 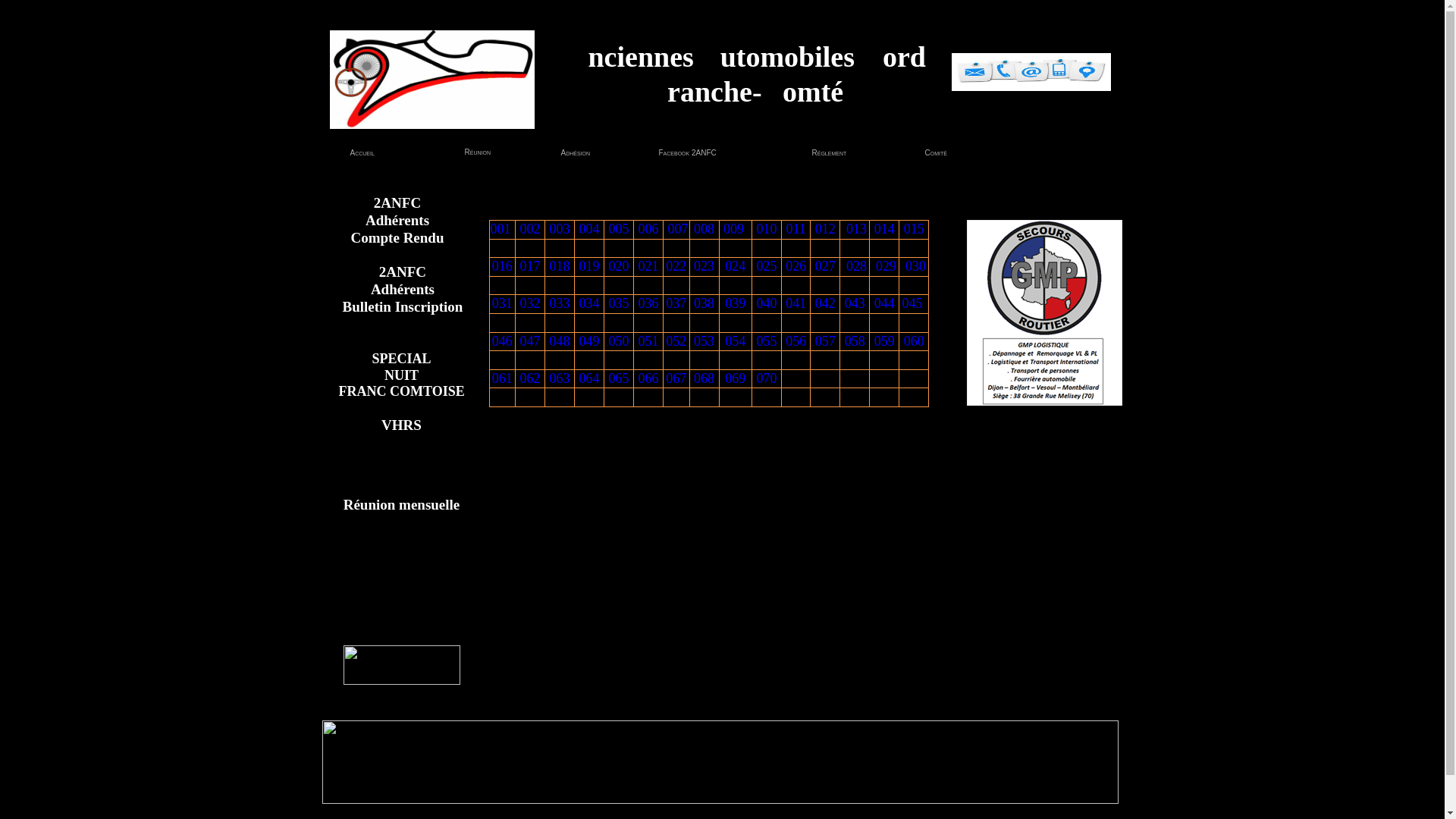 What do you see at coordinates (703, 265) in the screenshot?
I see `'023'` at bounding box center [703, 265].